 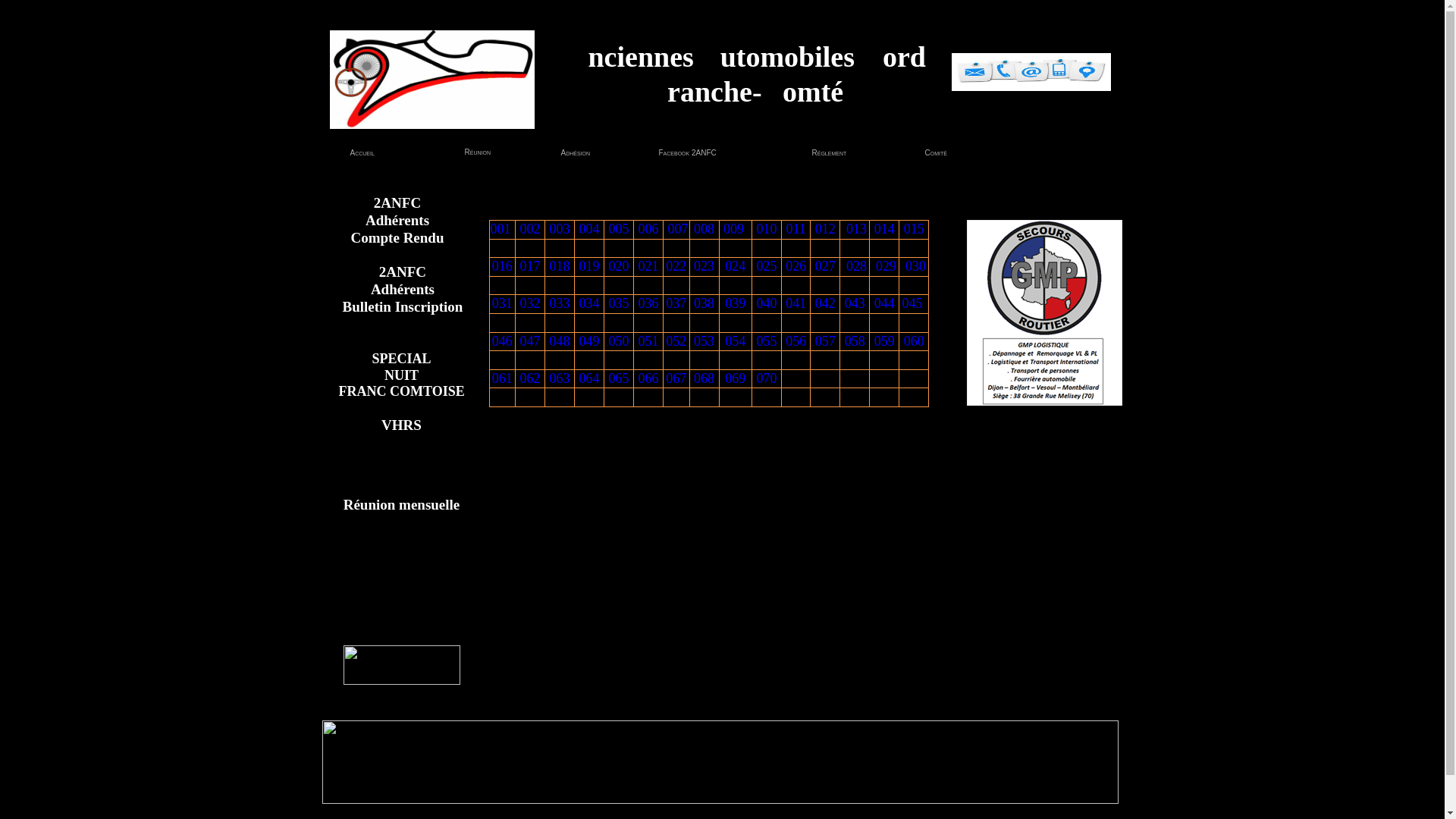 What do you see at coordinates (703, 265) in the screenshot?
I see `'023'` at bounding box center [703, 265].